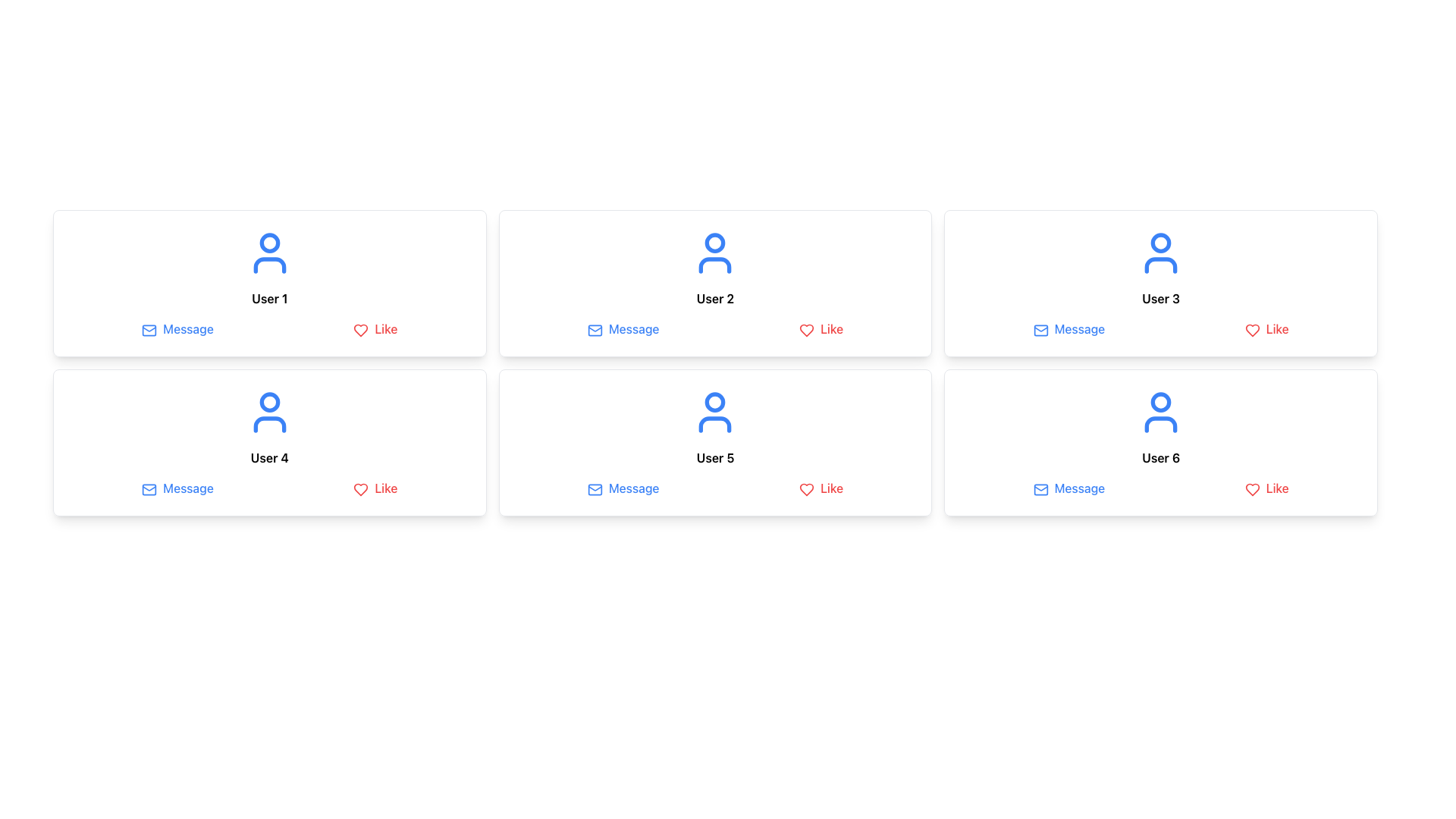  Describe the element at coordinates (594, 329) in the screenshot. I see `the message icon located within the profile card for User 2, positioned to the left of the 'Message' label` at that location.